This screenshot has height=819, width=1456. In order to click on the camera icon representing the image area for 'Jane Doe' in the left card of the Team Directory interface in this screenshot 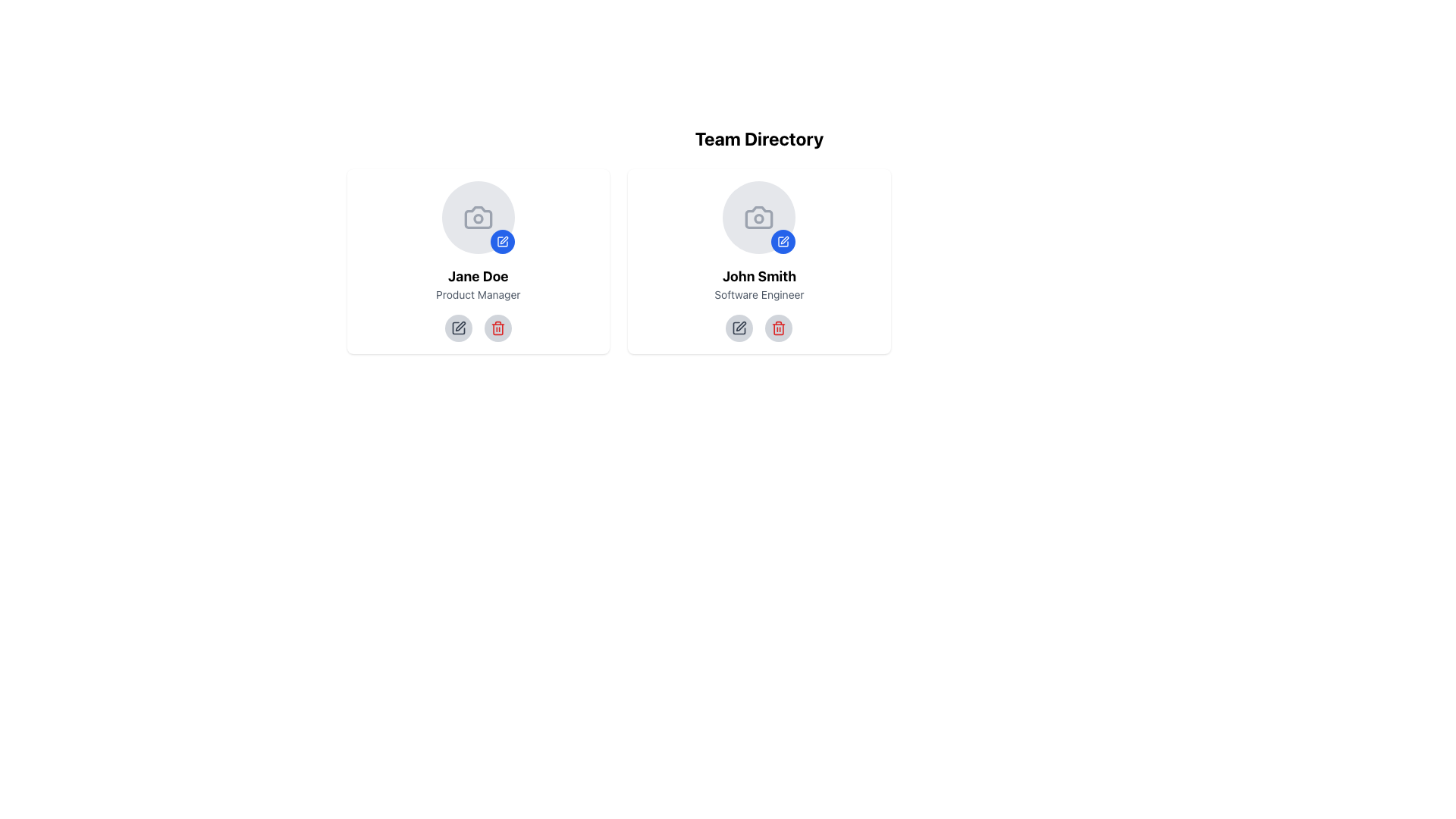, I will do `click(477, 217)`.